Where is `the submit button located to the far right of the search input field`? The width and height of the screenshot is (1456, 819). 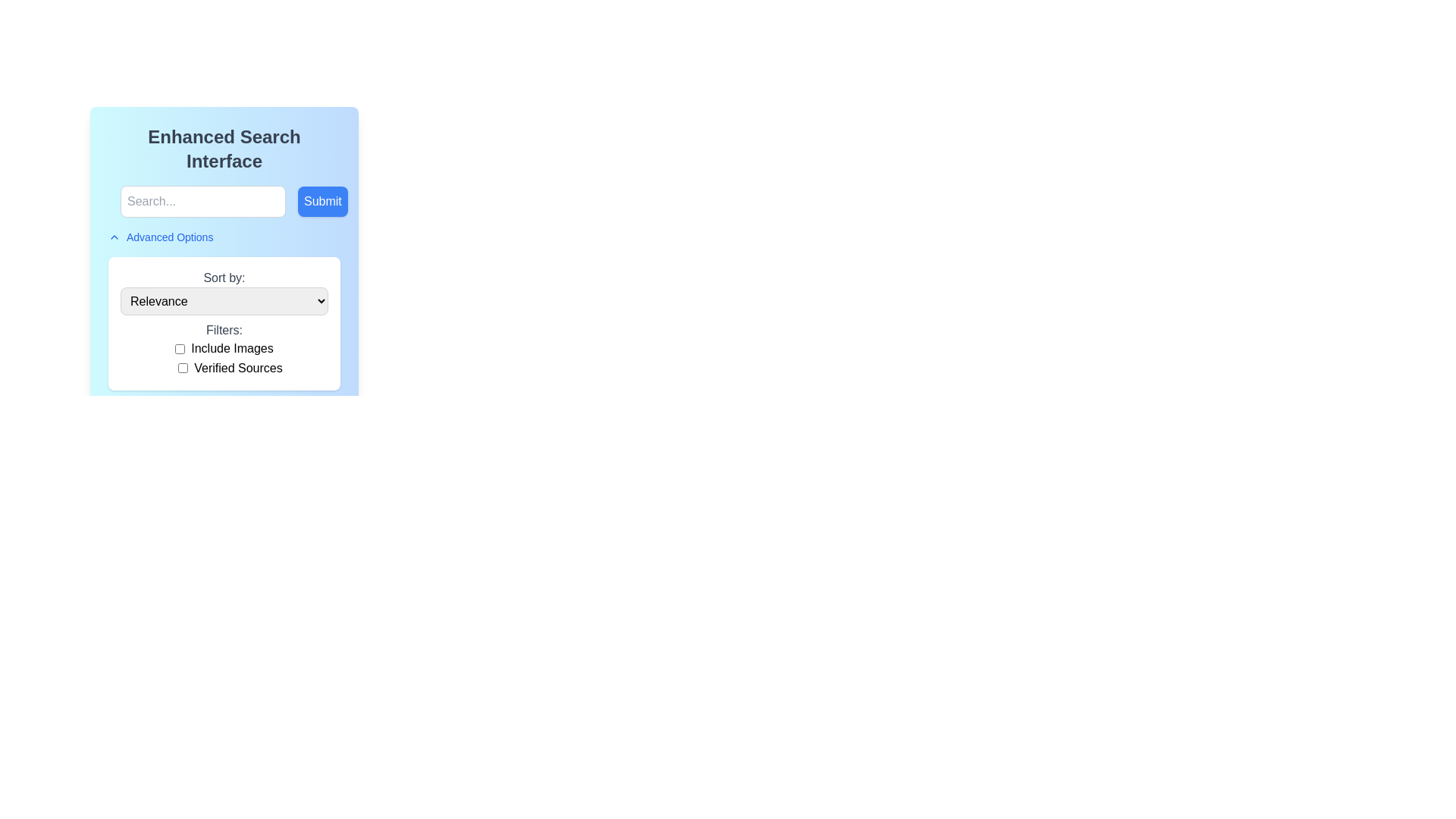
the submit button located to the far right of the search input field is located at coordinates (322, 201).